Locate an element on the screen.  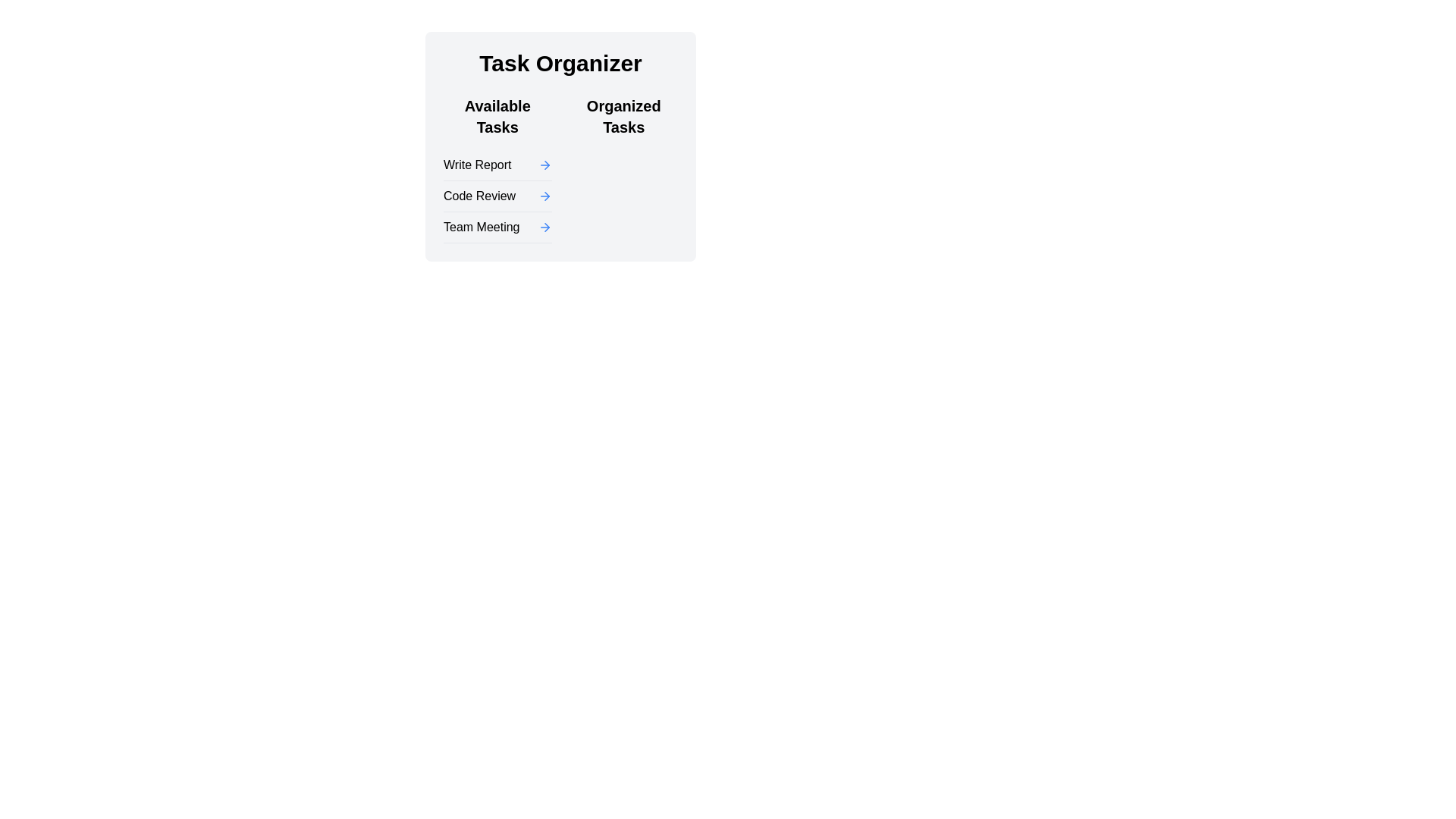
the 'Code Review' task list item in the second row of the 'Available Tasks' list is located at coordinates (497, 196).